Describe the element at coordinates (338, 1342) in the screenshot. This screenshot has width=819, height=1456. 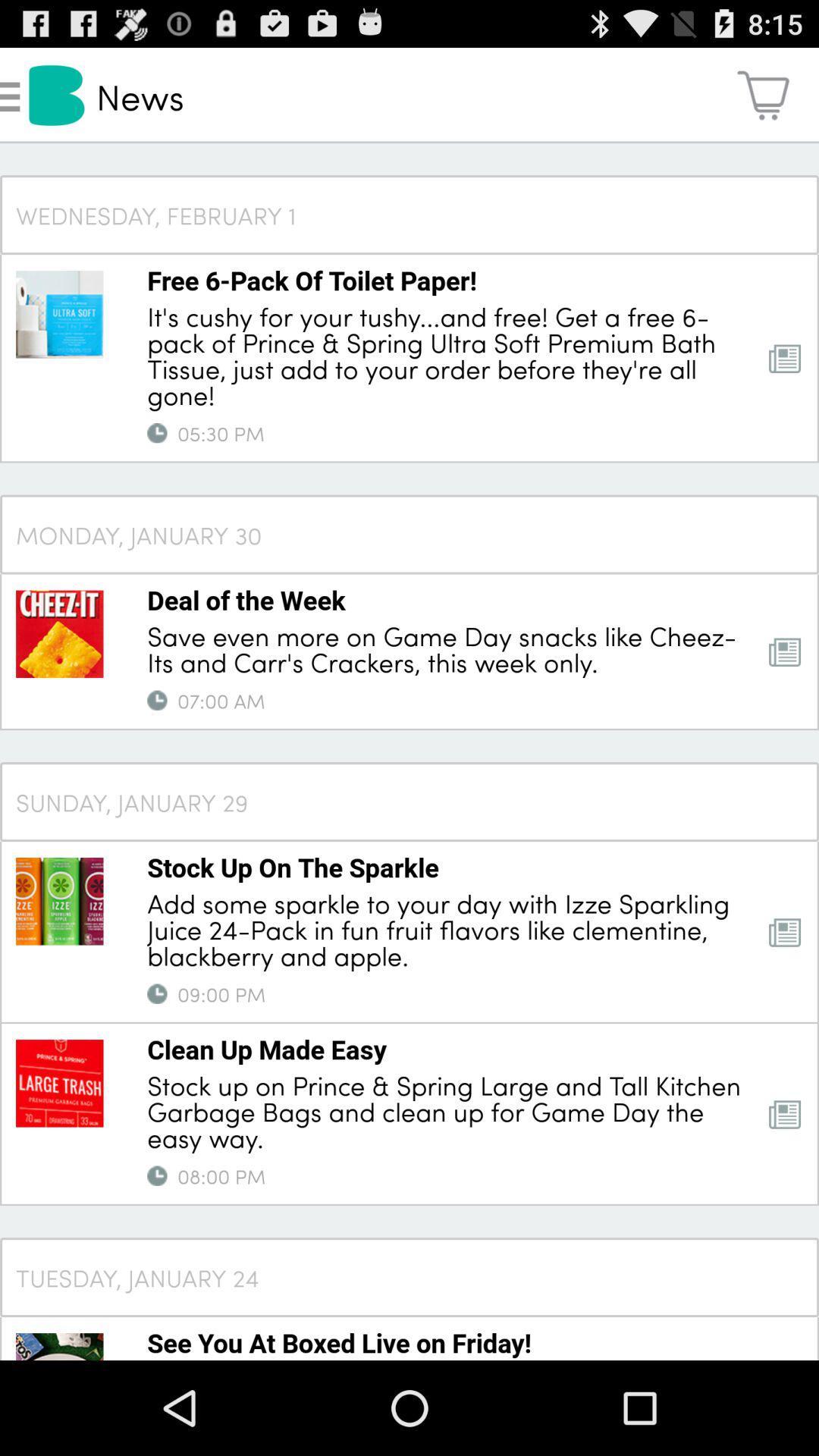
I see `the see you at item` at that location.